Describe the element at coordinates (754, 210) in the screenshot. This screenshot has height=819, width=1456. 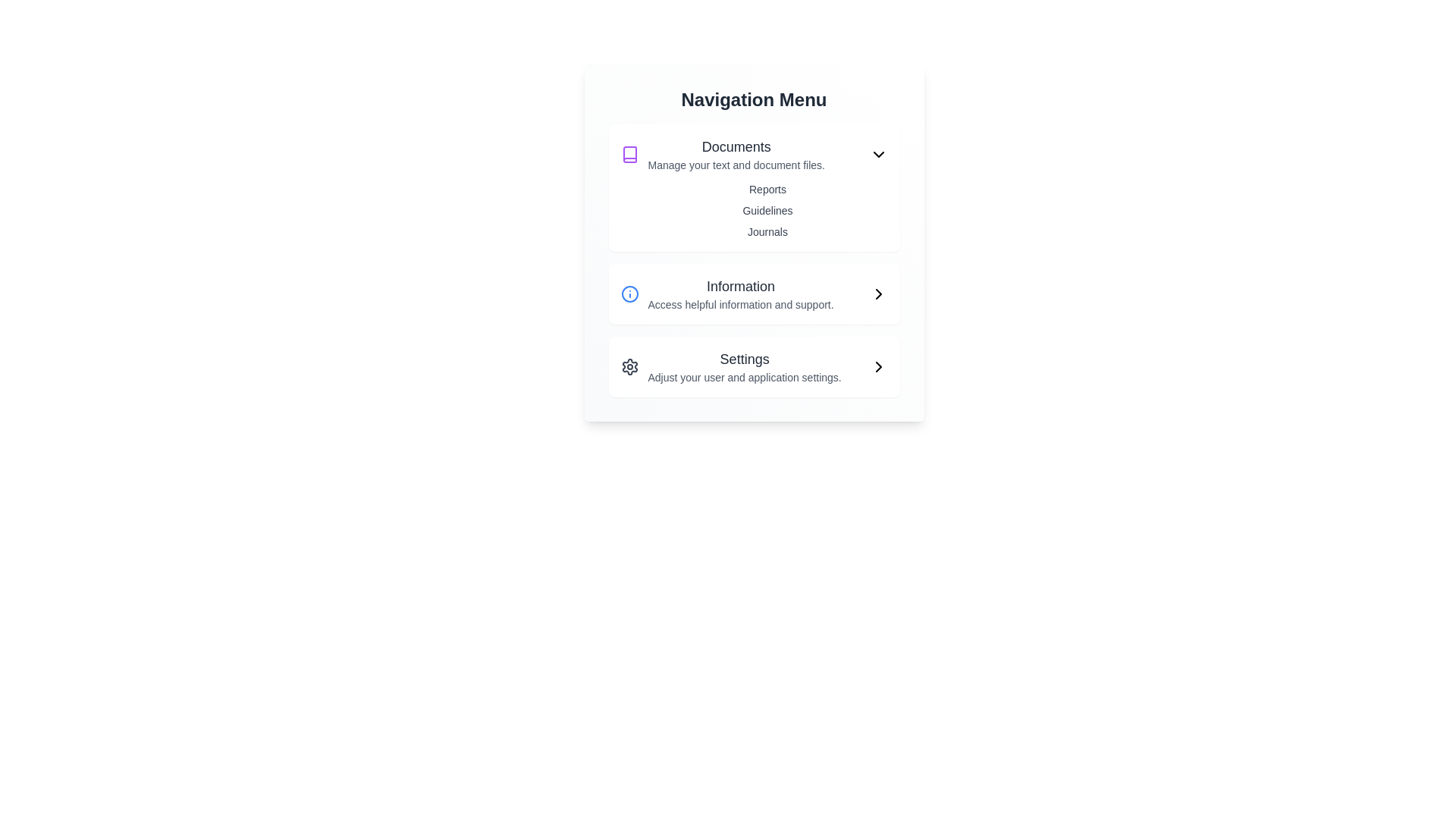
I see `the 'Guidelines' navigation link located as the second item under the 'Documents' section in the navigation menu` at that location.